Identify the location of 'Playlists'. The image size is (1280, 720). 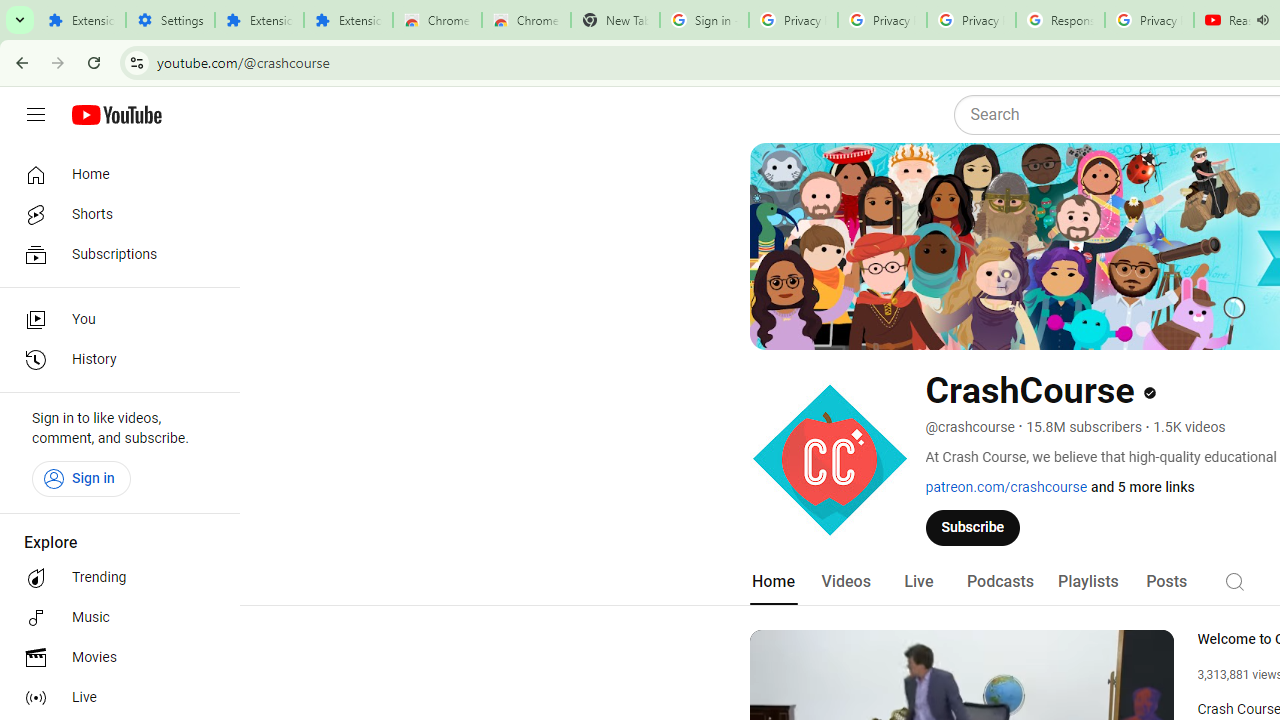
(1087, 581).